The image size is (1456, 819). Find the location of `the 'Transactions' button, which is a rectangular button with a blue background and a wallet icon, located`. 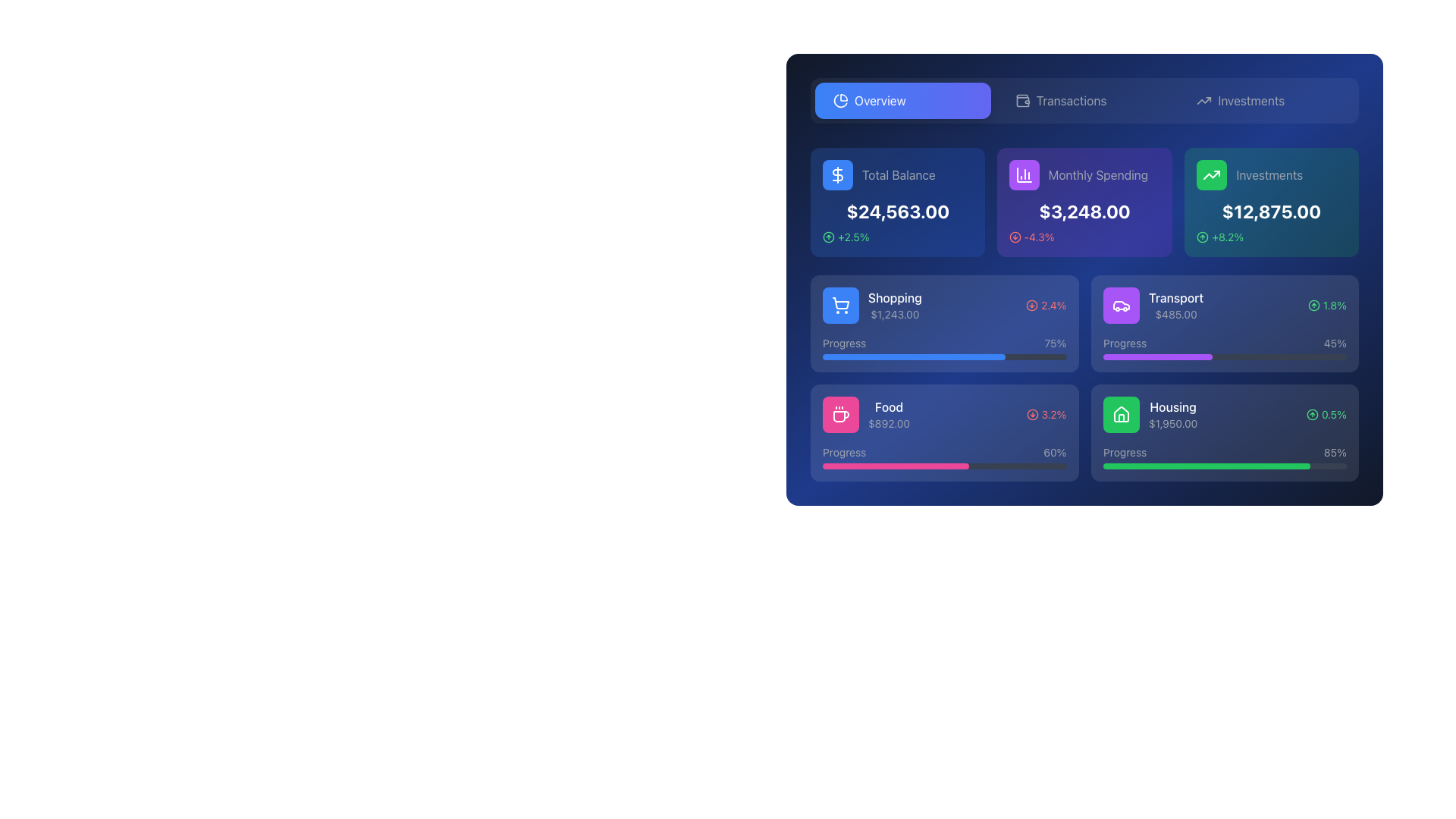

the 'Transactions' button, which is a rectangular button with a blue background and a wallet icon, located is located at coordinates (1084, 100).